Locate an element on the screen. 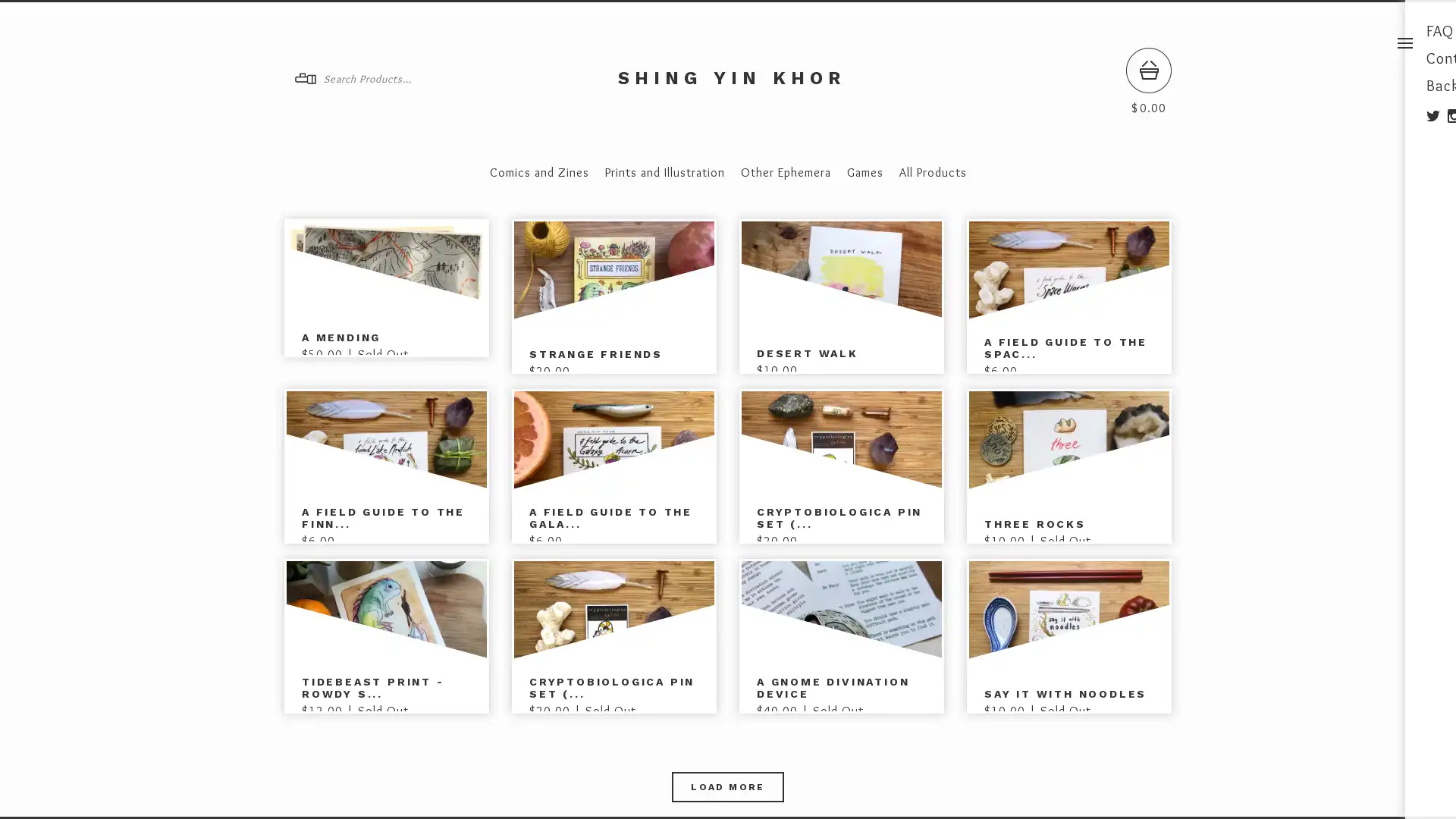  GO is located at coordinates (450, 79).